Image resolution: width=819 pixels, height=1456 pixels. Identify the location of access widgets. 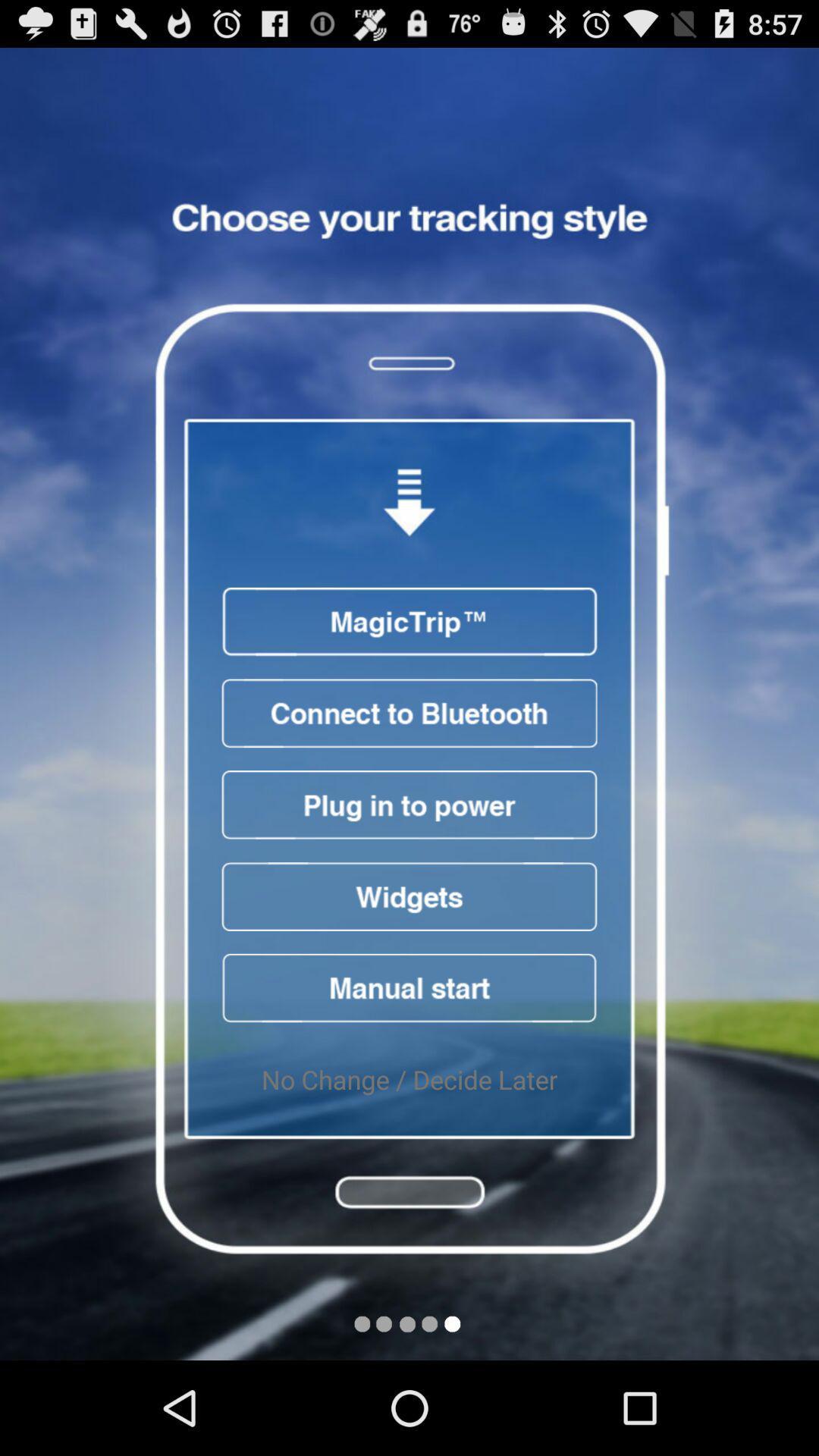
(409, 896).